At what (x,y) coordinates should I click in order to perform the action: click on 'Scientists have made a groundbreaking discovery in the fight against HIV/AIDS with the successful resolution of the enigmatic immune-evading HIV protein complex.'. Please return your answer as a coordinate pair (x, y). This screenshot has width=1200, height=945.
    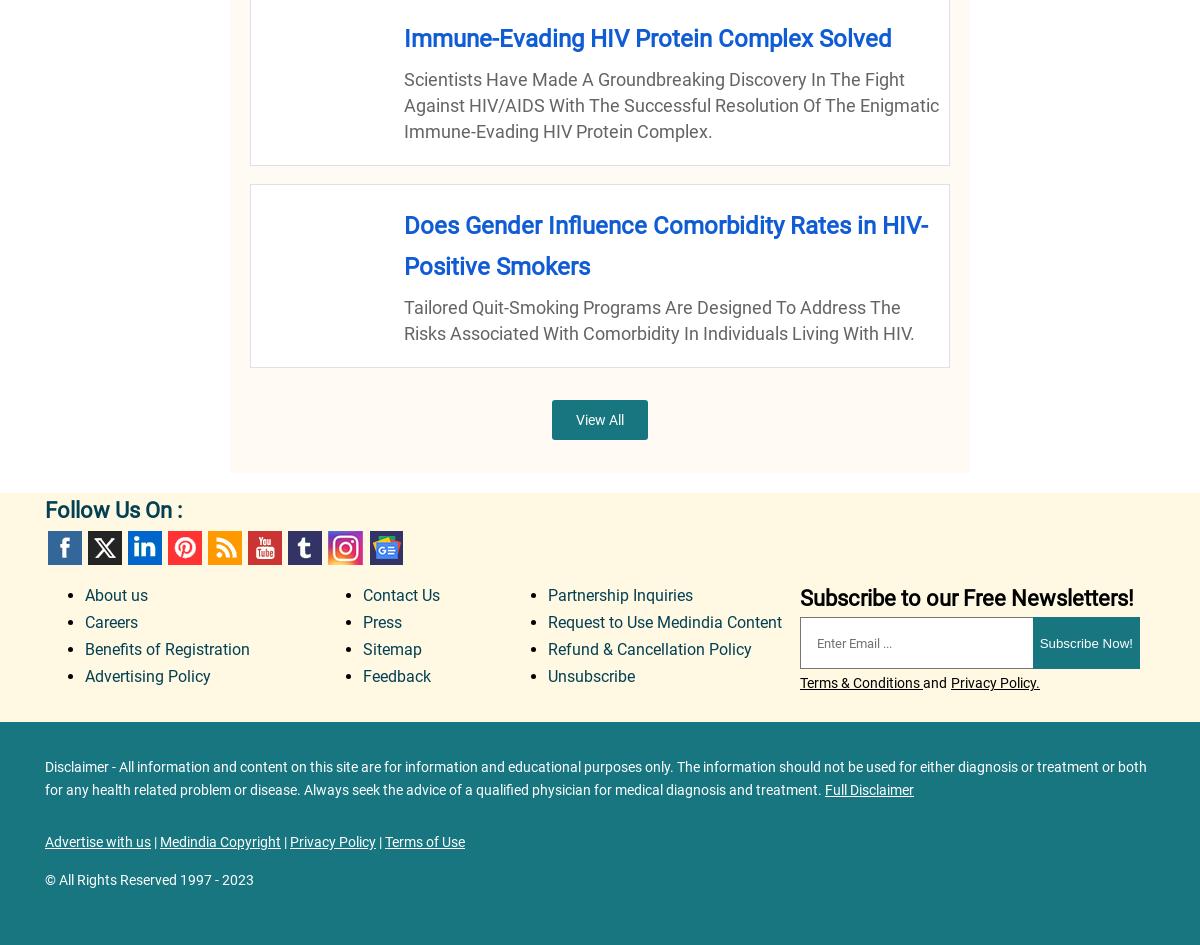
    Looking at the image, I should click on (671, 103).